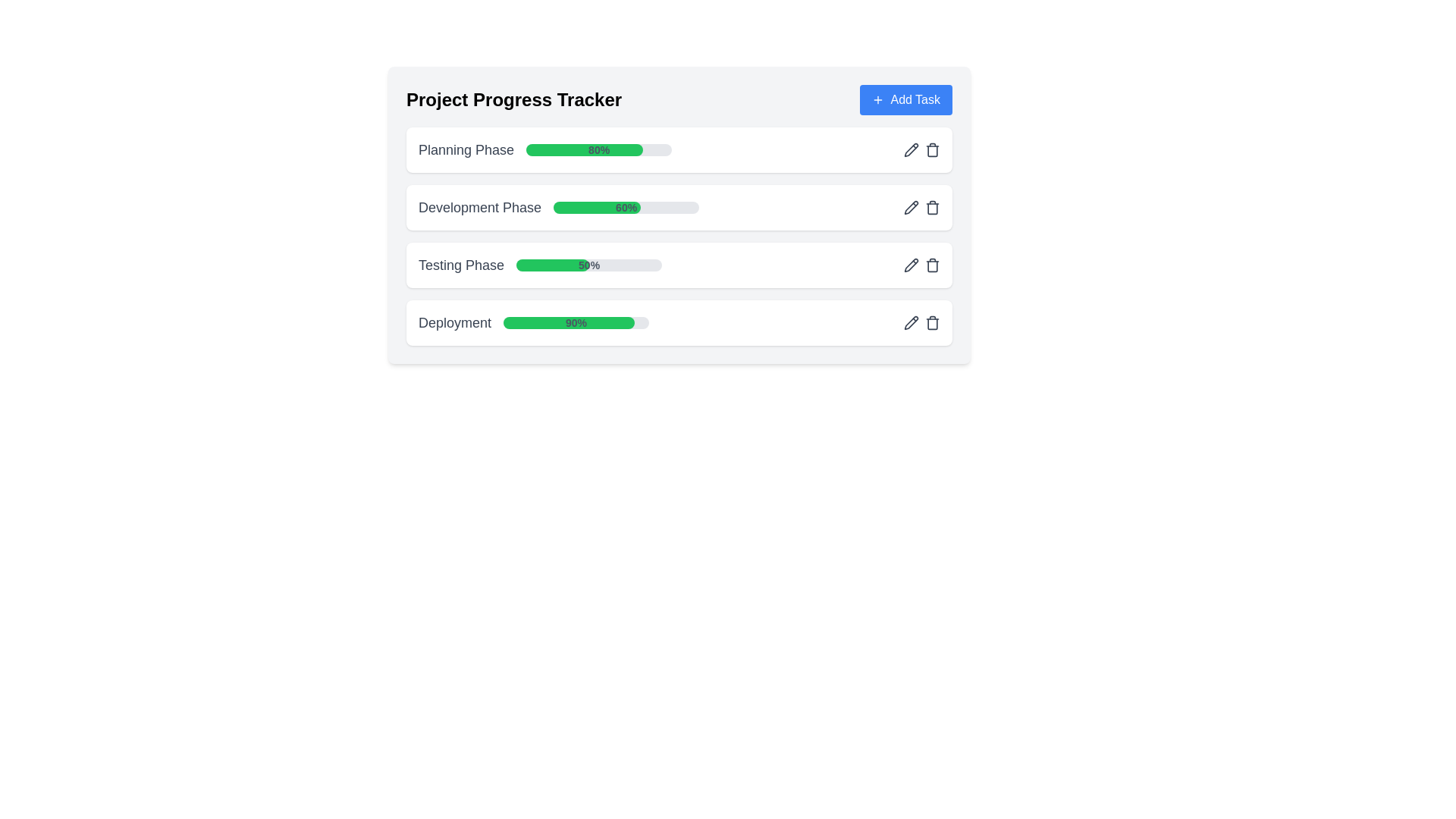  Describe the element at coordinates (878, 99) in the screenshot. I see `the design of the decorative icon located to the left of the 'Add Task' button's label in the top-right corner of the interface` at that location.